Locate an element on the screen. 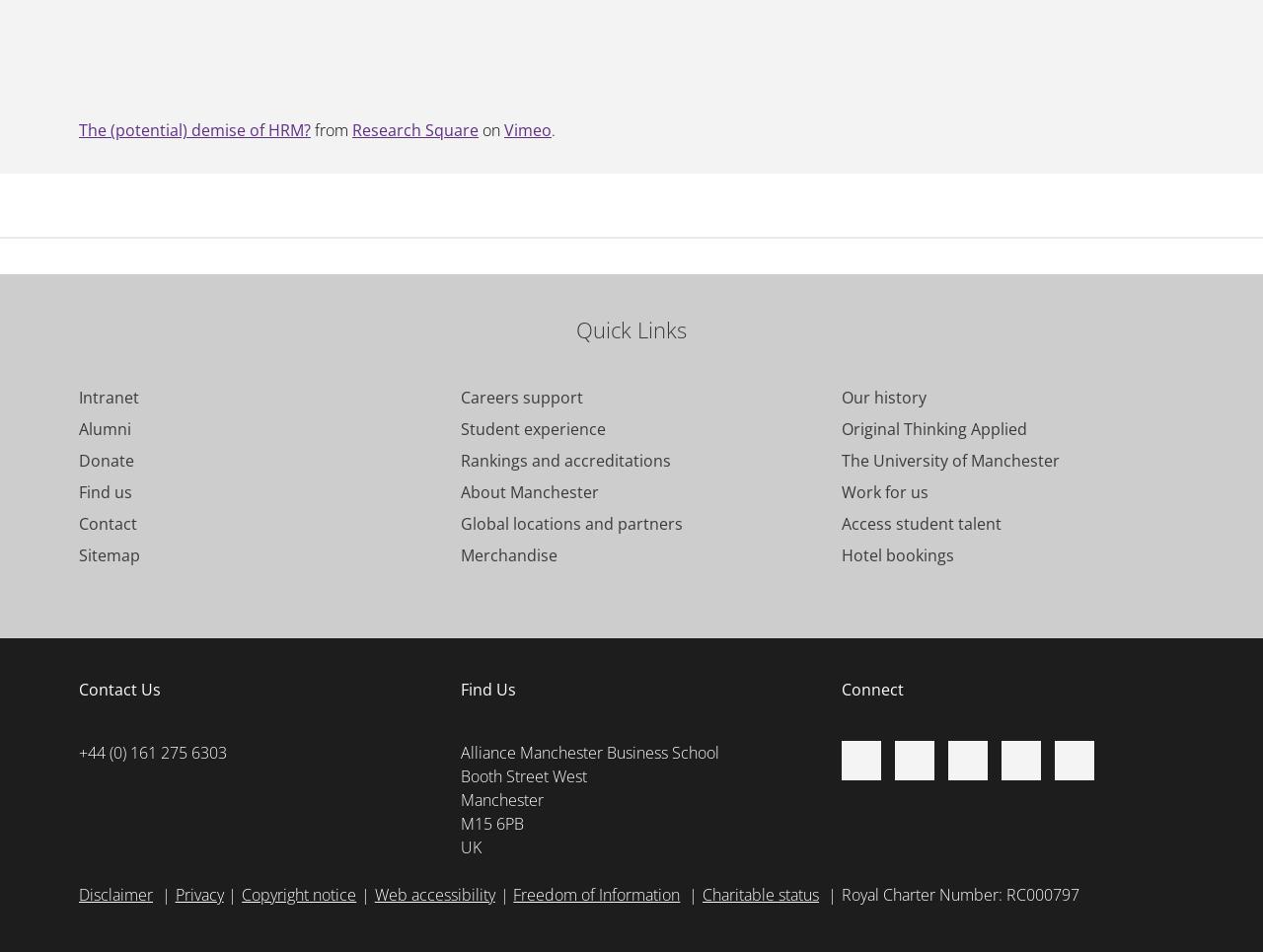 The height and width of the screenshot is (952, 1263). 'Web accessibility' is located at coordinates (374, 894).